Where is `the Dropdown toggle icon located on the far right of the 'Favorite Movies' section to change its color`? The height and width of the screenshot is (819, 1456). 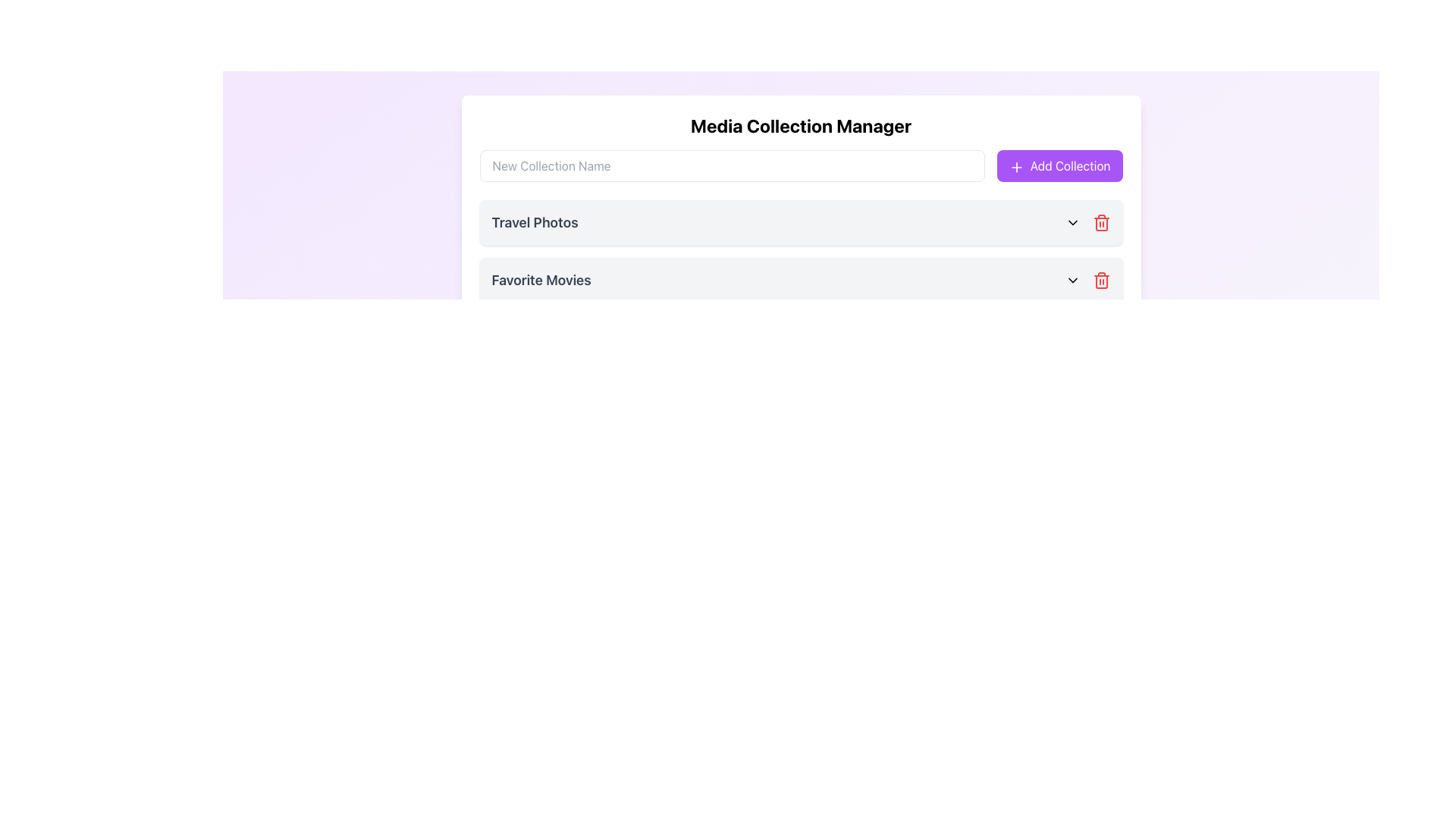 the Dropdown toggle icon located on the far right of the 'Favorite Movies' section to change its color is located at coordinates (1072, 281).